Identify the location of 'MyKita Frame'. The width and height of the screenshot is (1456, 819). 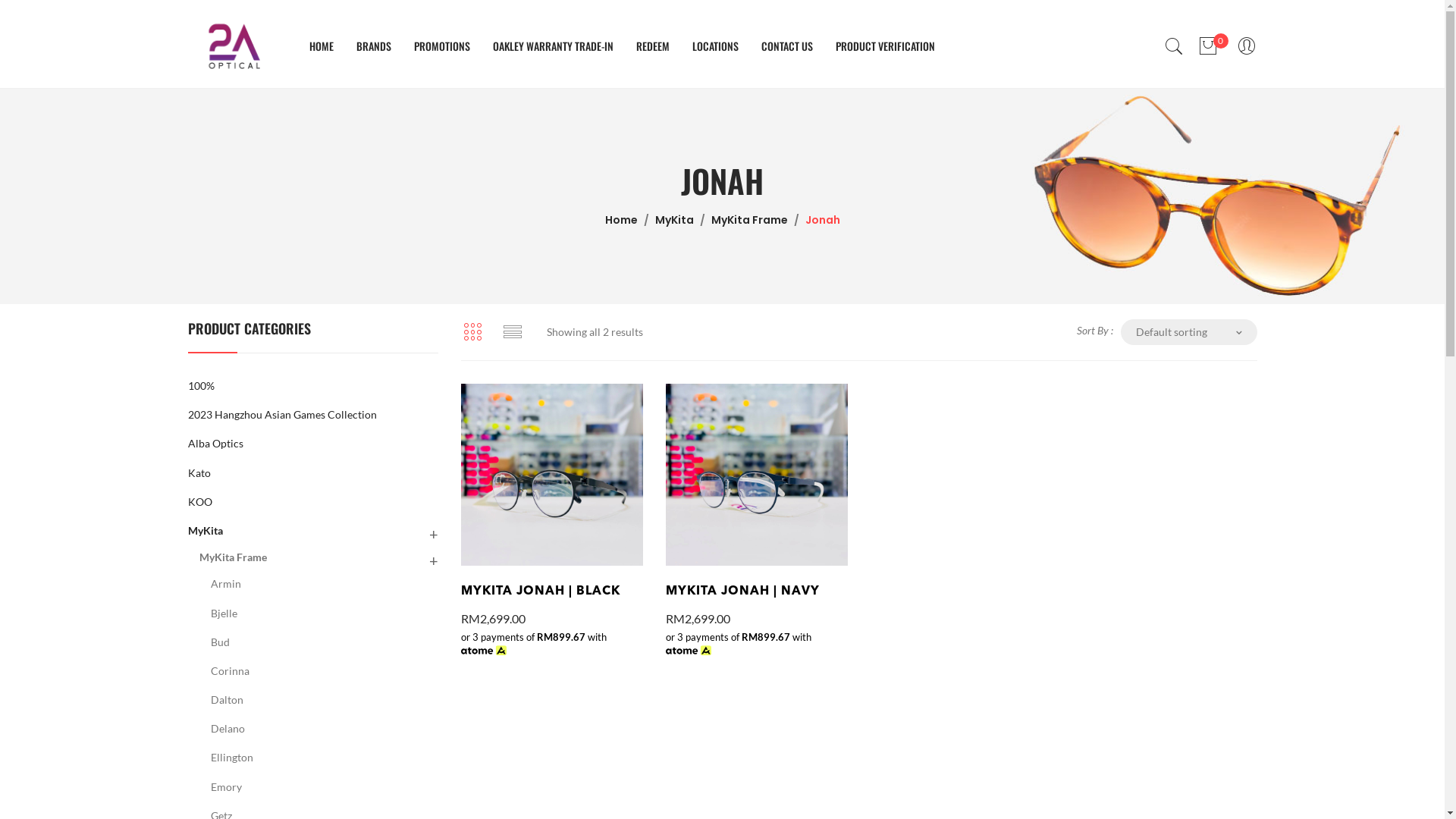
(231, 557).